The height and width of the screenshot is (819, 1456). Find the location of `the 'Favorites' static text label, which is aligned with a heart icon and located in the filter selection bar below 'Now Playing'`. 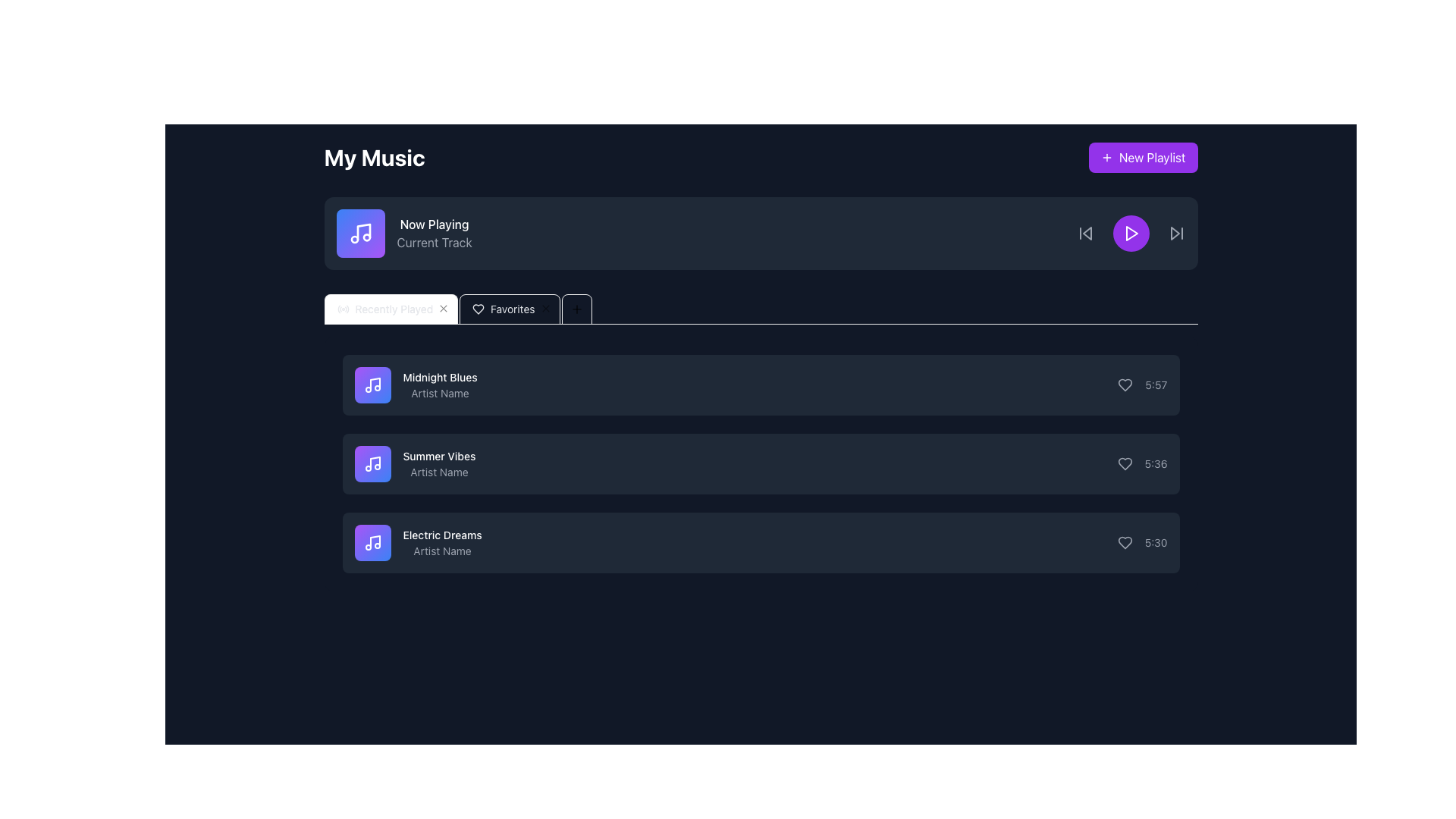

the 'Favorites' static text label, which is aligned with a heart icon and located in the filter selection bar below 'Now Playing' is located at coordinates (513, 309).